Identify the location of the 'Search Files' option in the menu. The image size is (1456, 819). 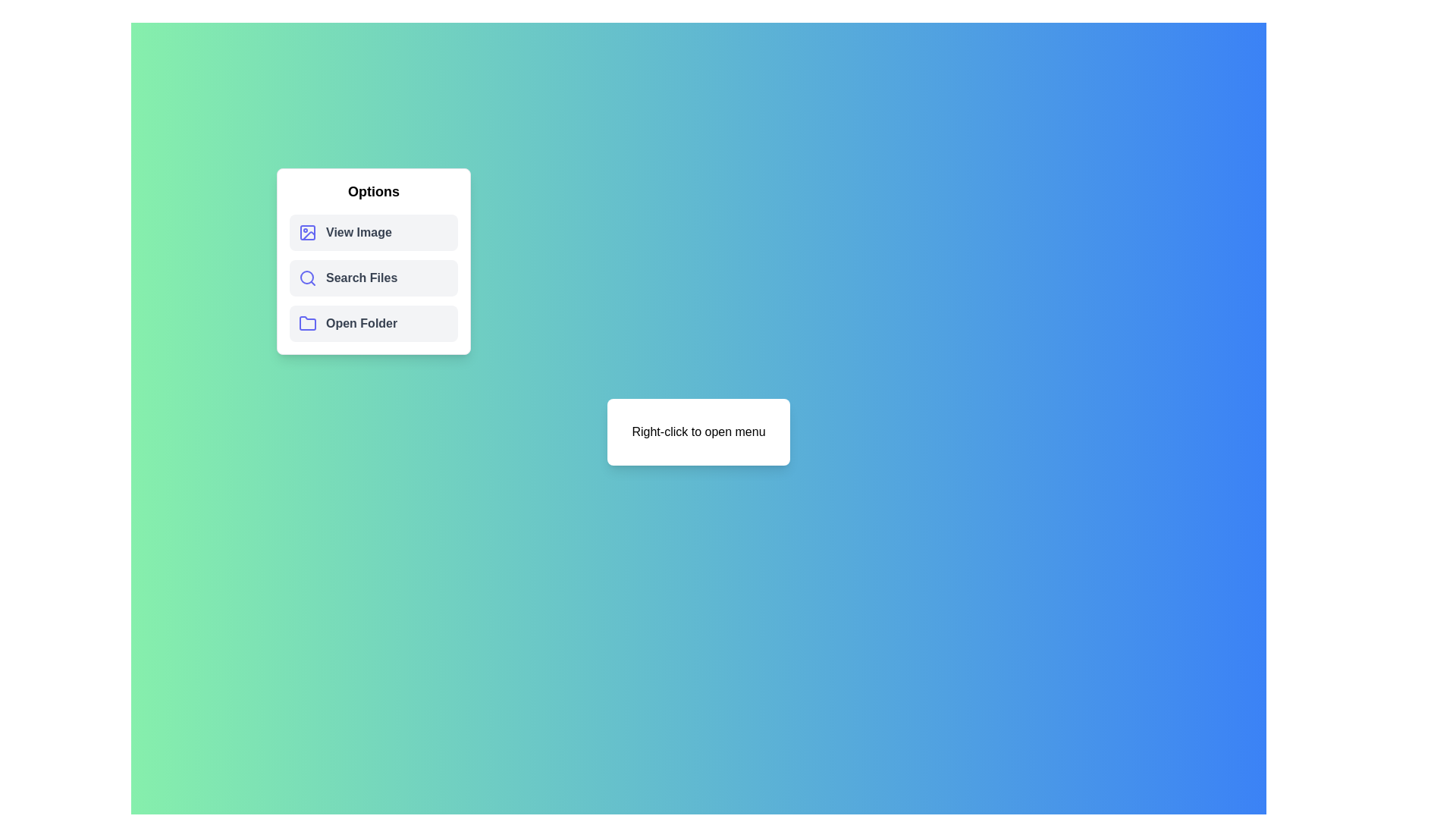
(374, 278).